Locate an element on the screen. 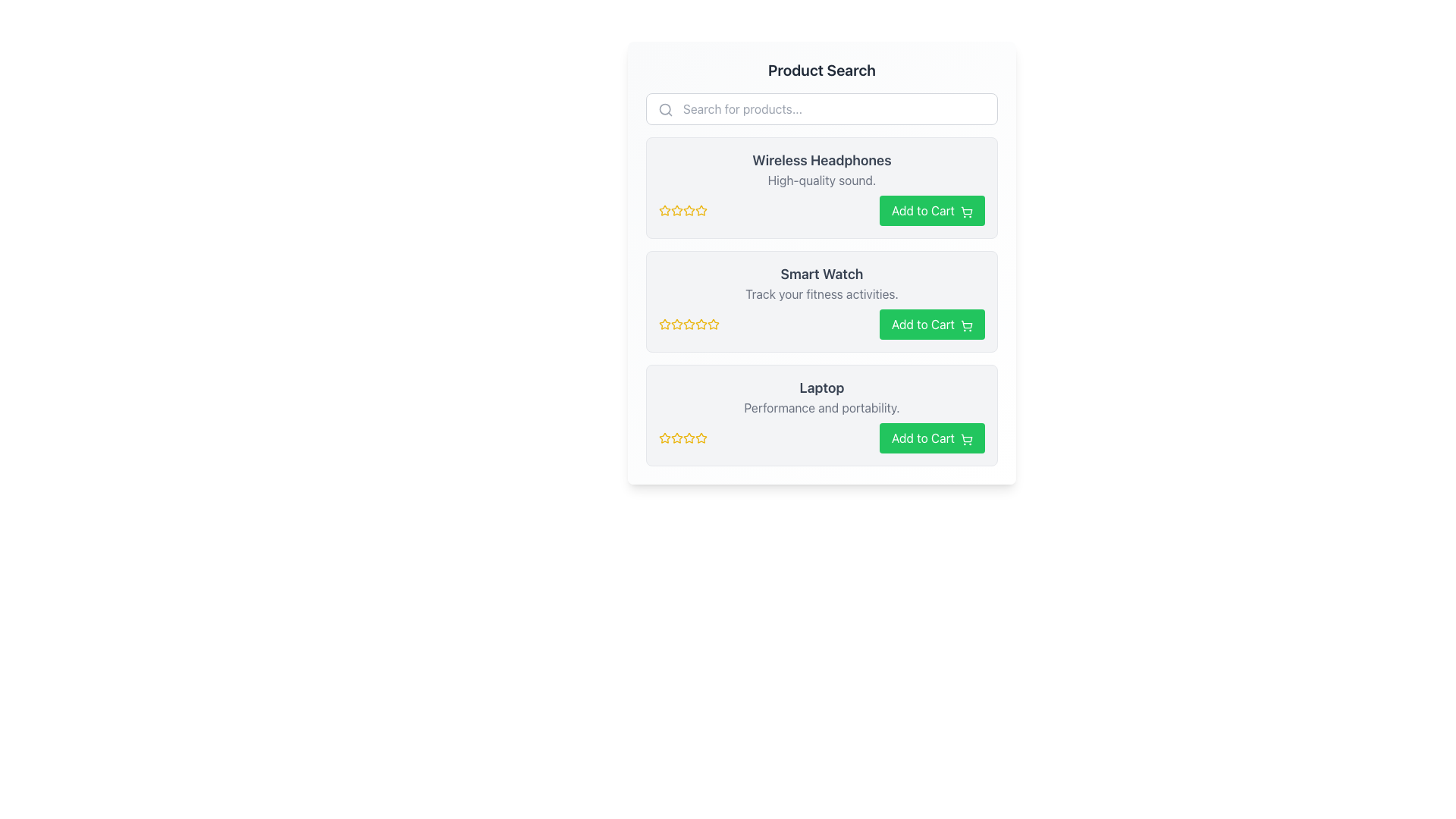 The height and width of the screenshot is (819, 1456). the fourth star icon in the 5-star rating component for 'Wireless Headphones', which is visually represented as a yellow star and is located to the left of the 'Add to Cart' button is located at coordinates (682, 210).